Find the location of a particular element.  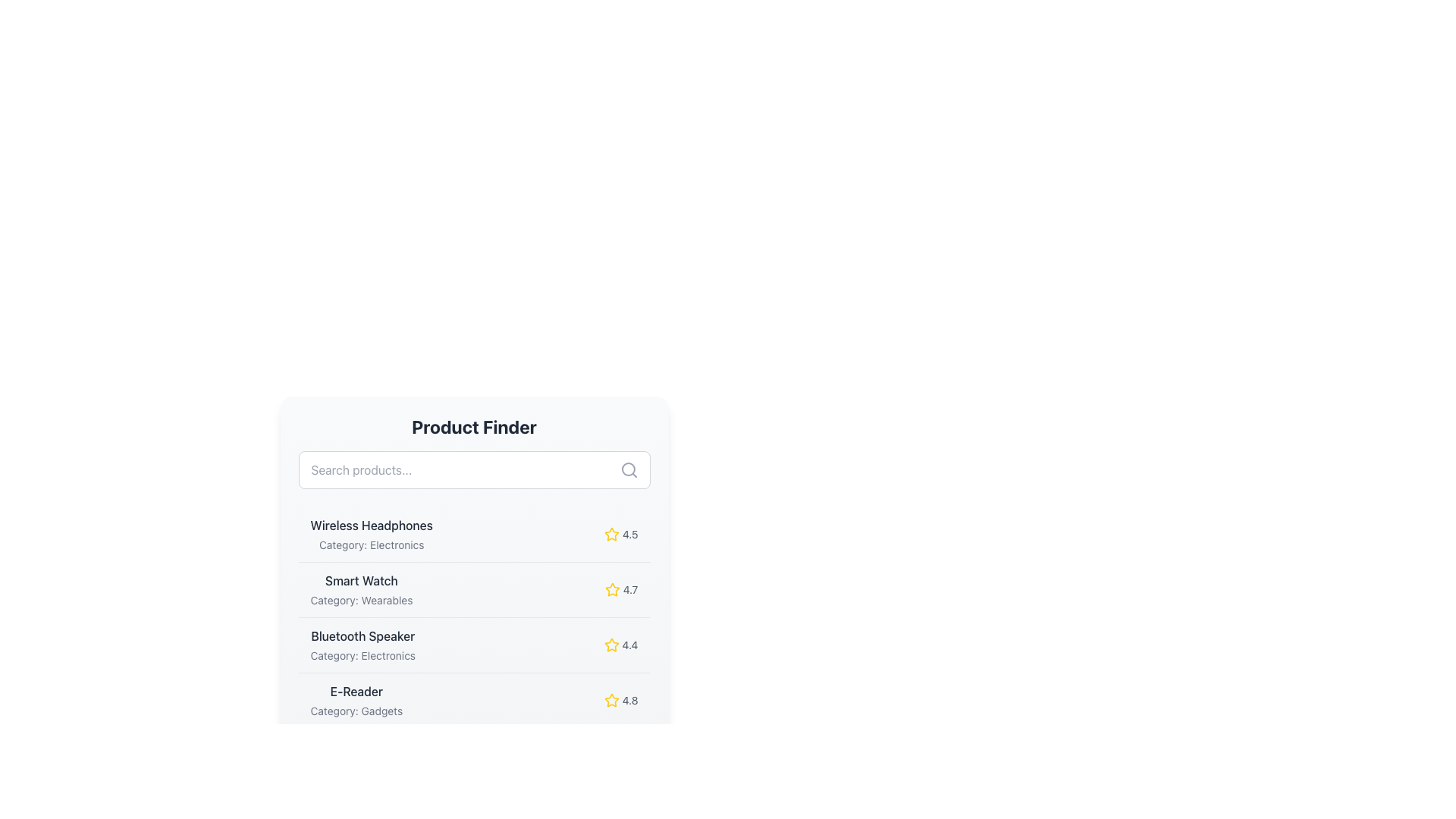

the static text label that reads 'Category: Gadgets', located below the title 'E-Reader' in the fourth list item of the product catalog is located at coordinates (356, 711).